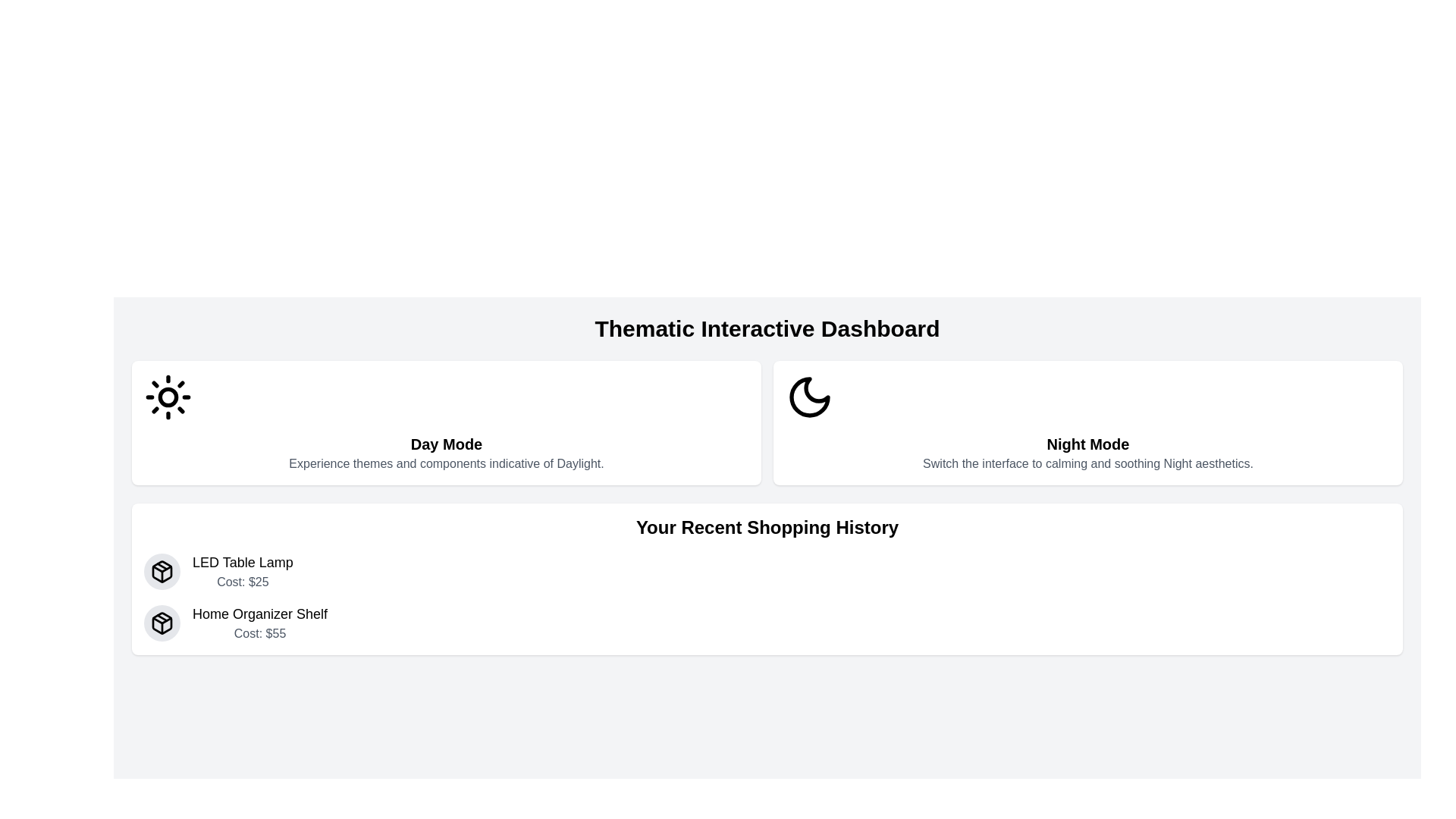 The height and width of the screenshot is (819, 1456). I want to click on the second interactive card in the top-right section of the grid under 'Thematic Interactive Dashboard', so click(1087, 423).